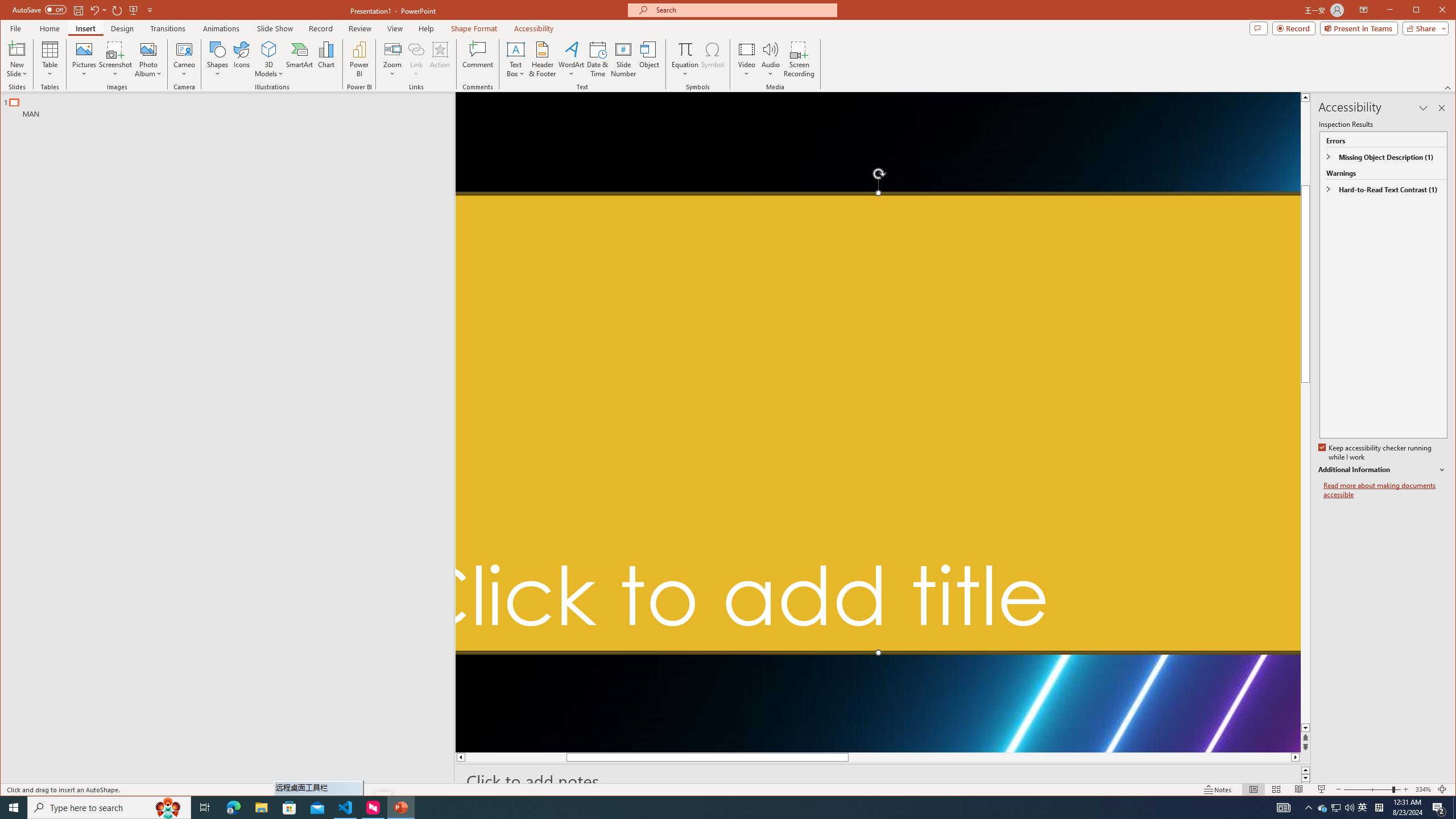 This screenshot has width=1456, height=819. What do you see at coordinates (649, 59) in the screenshot?
I see `'Object...'` at bounding box center [649, 59].